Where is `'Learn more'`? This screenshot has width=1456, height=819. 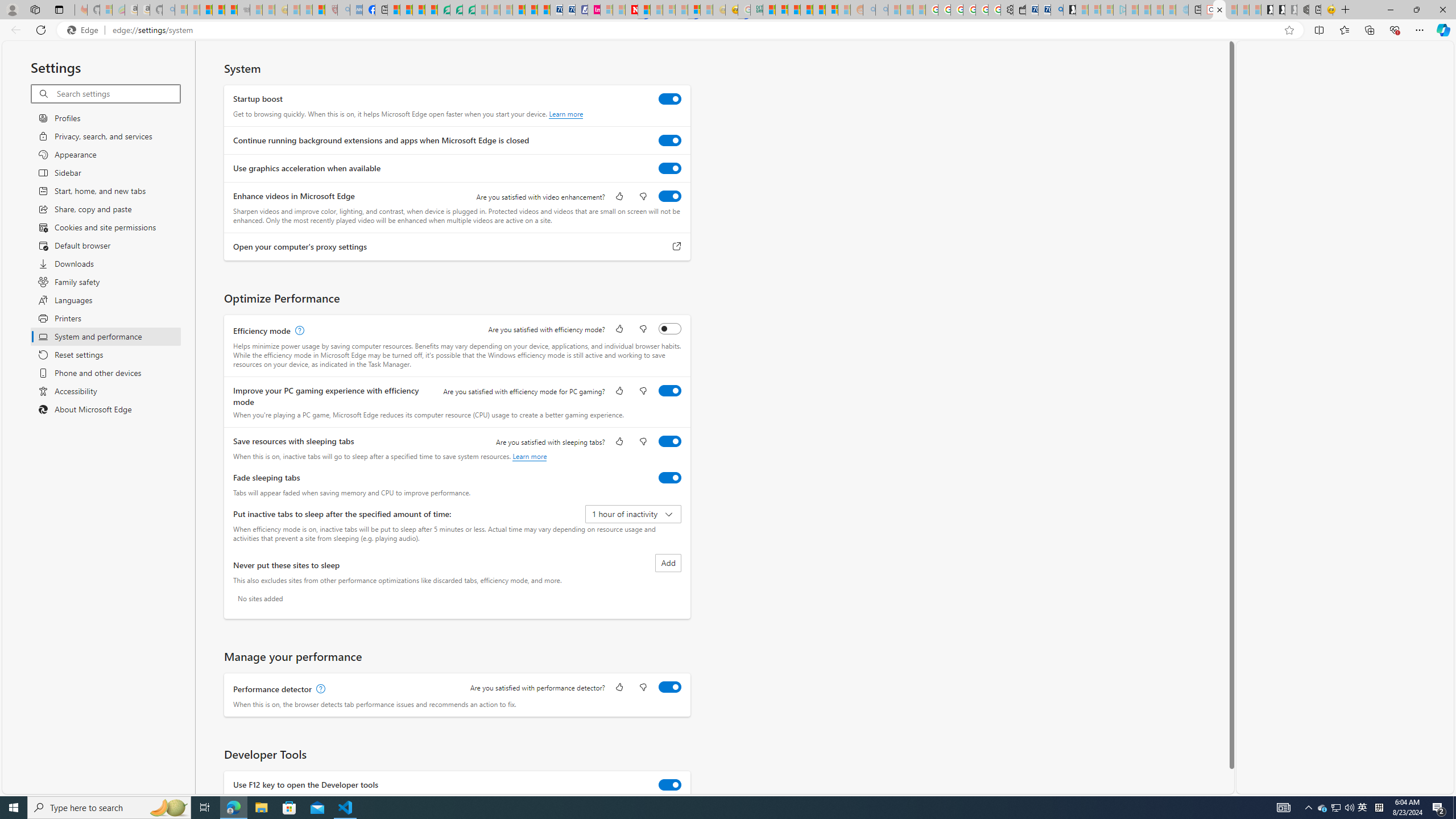
'Learn more' is located at coordinates (529, 456).